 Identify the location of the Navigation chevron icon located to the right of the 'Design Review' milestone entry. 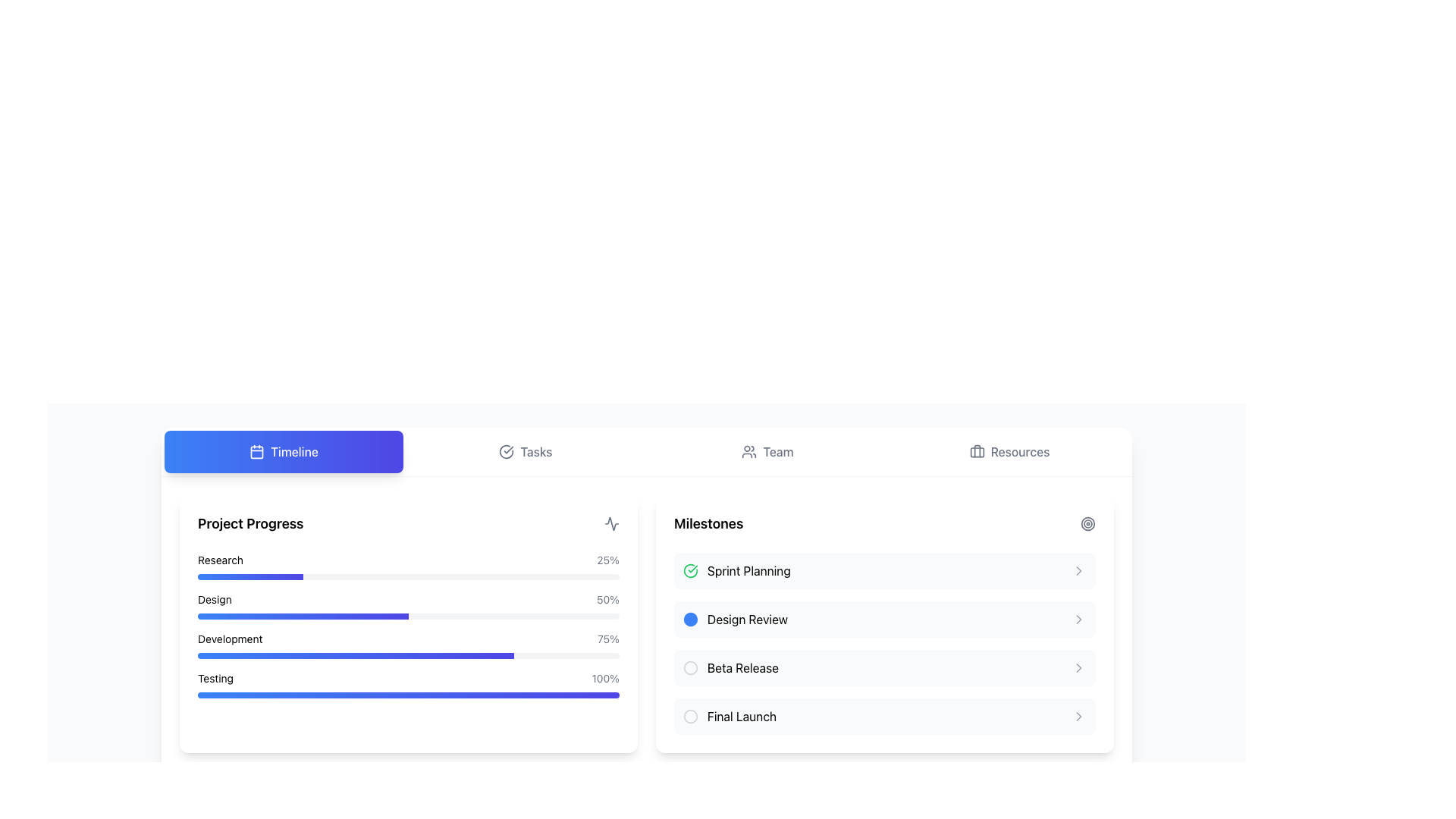
(1078, 620).